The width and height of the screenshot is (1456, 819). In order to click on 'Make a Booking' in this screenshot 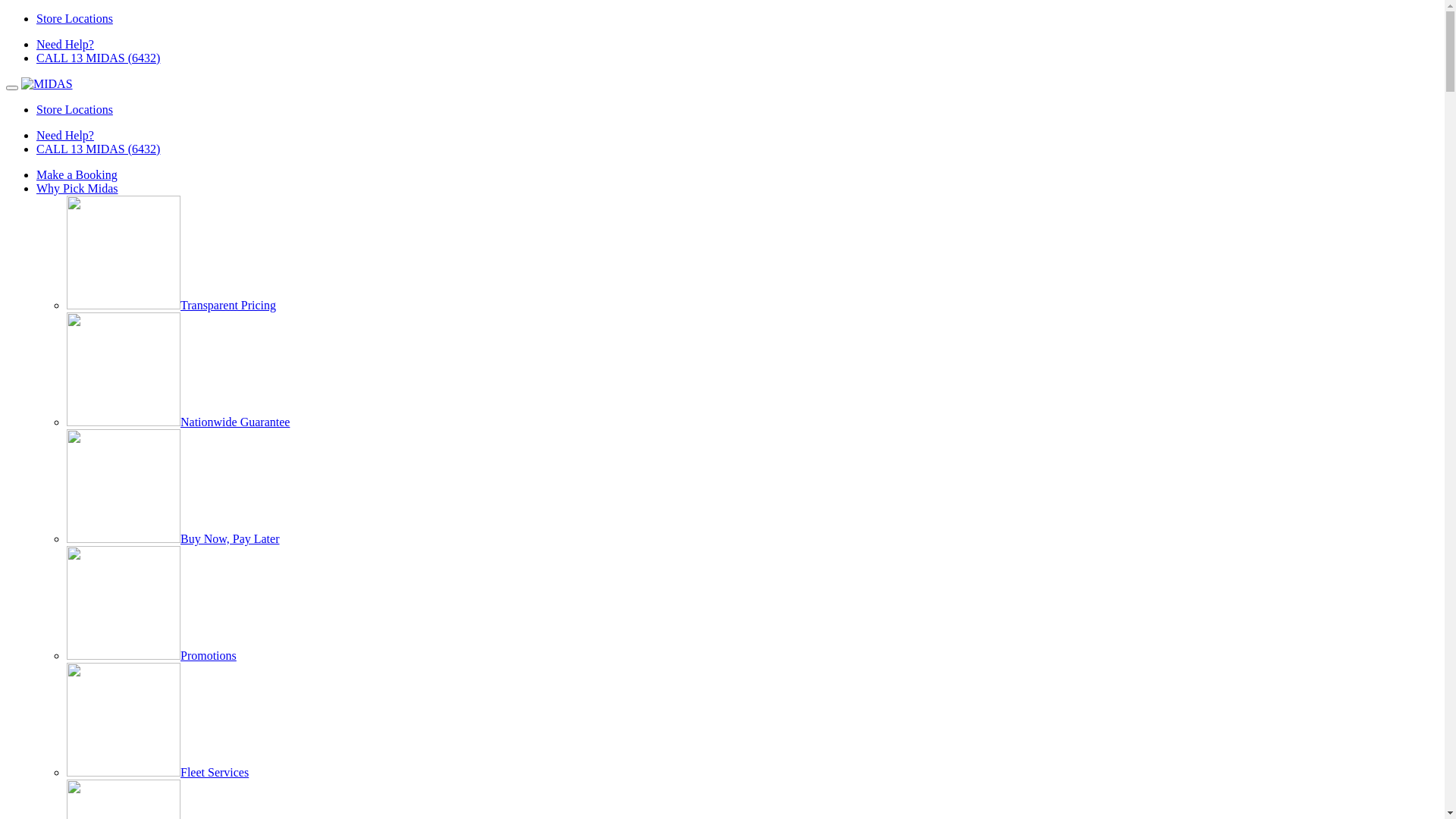, I will do `click(76, 174)`.